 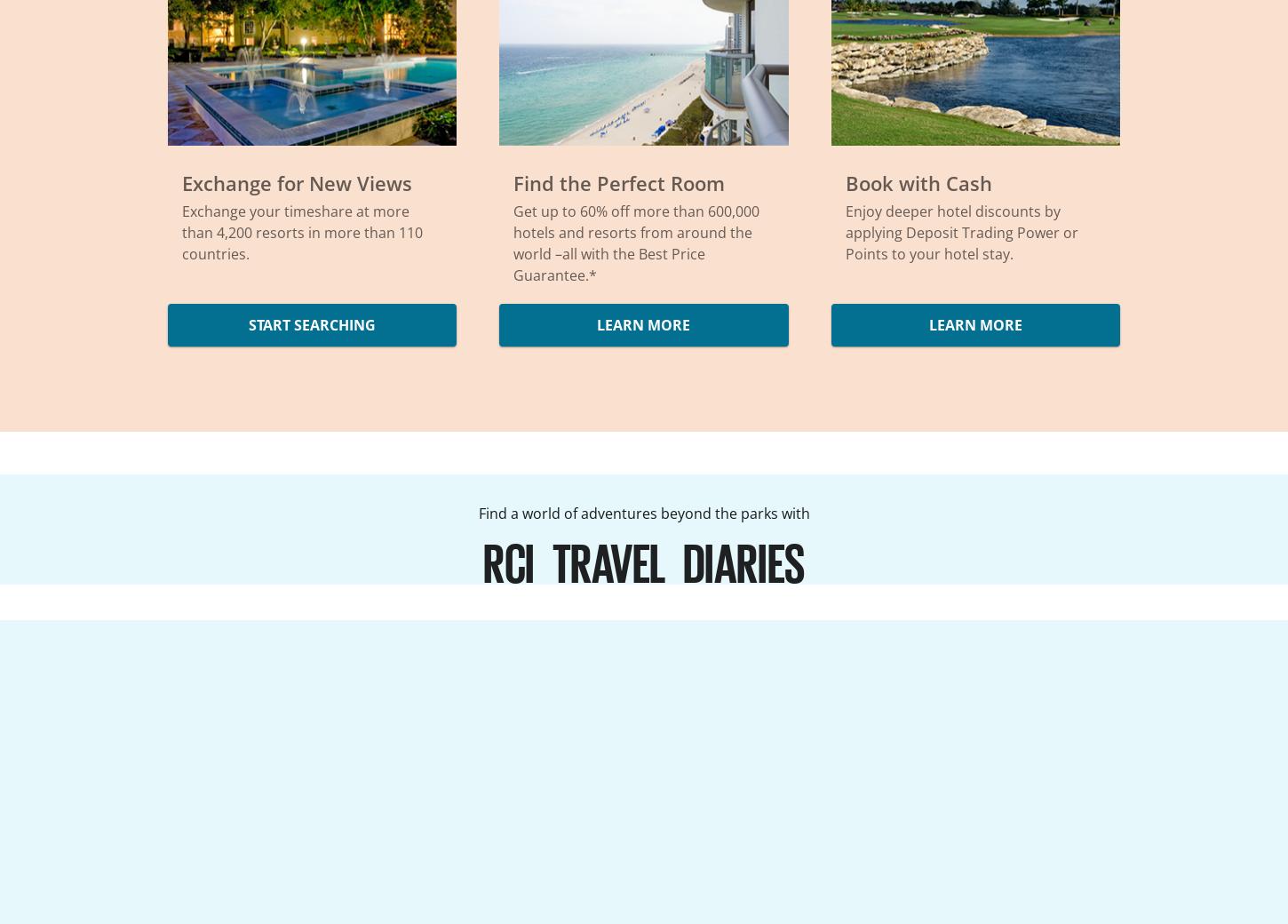 What do you see at coordinates (618, 183) in the screenshot?
I see `'Find the Perfect Room'` at bounding box center [618, 183].